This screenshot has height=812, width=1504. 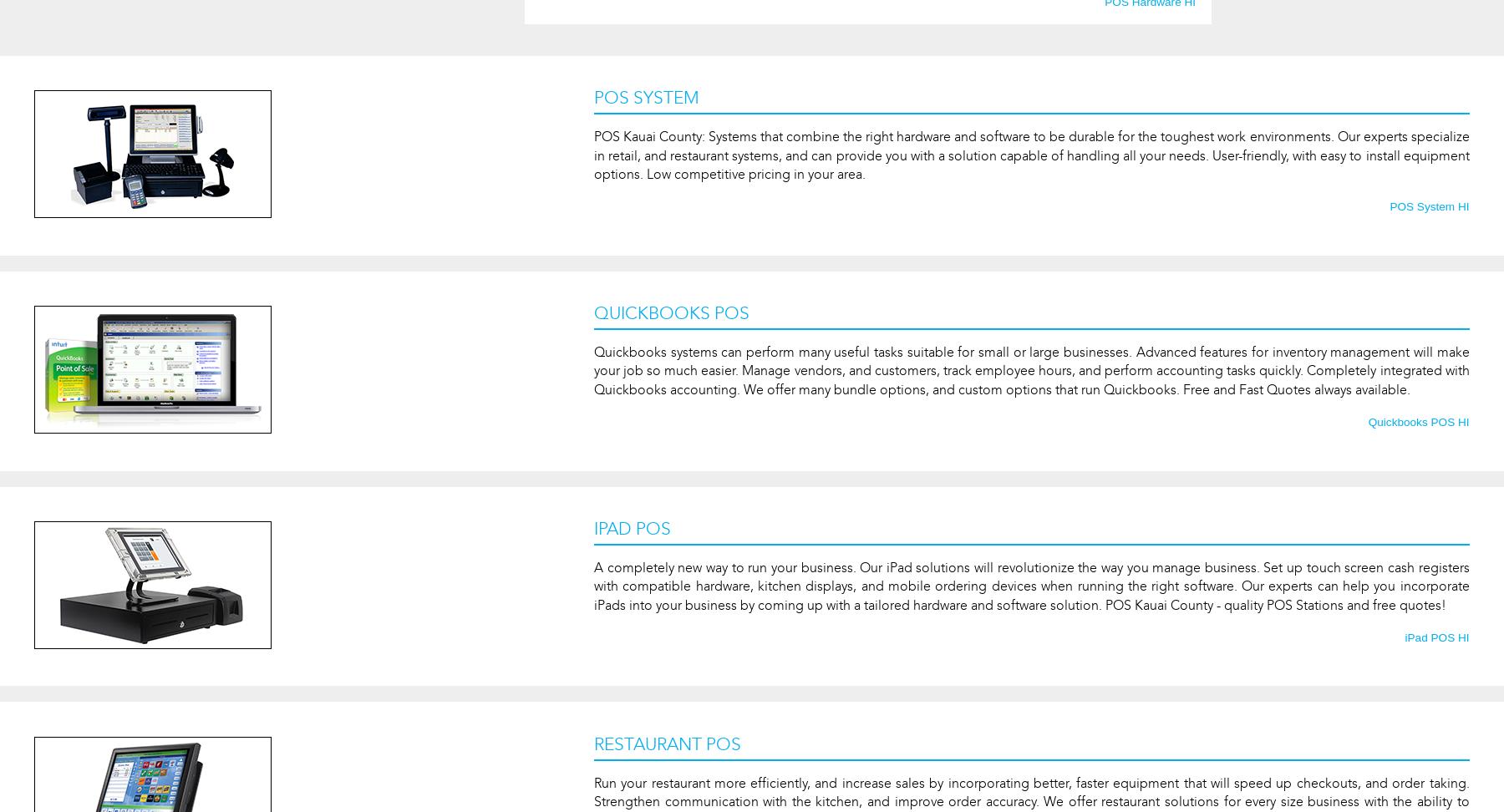 I want to click on 'iPad POS HI', so click(x=1436, y=637).